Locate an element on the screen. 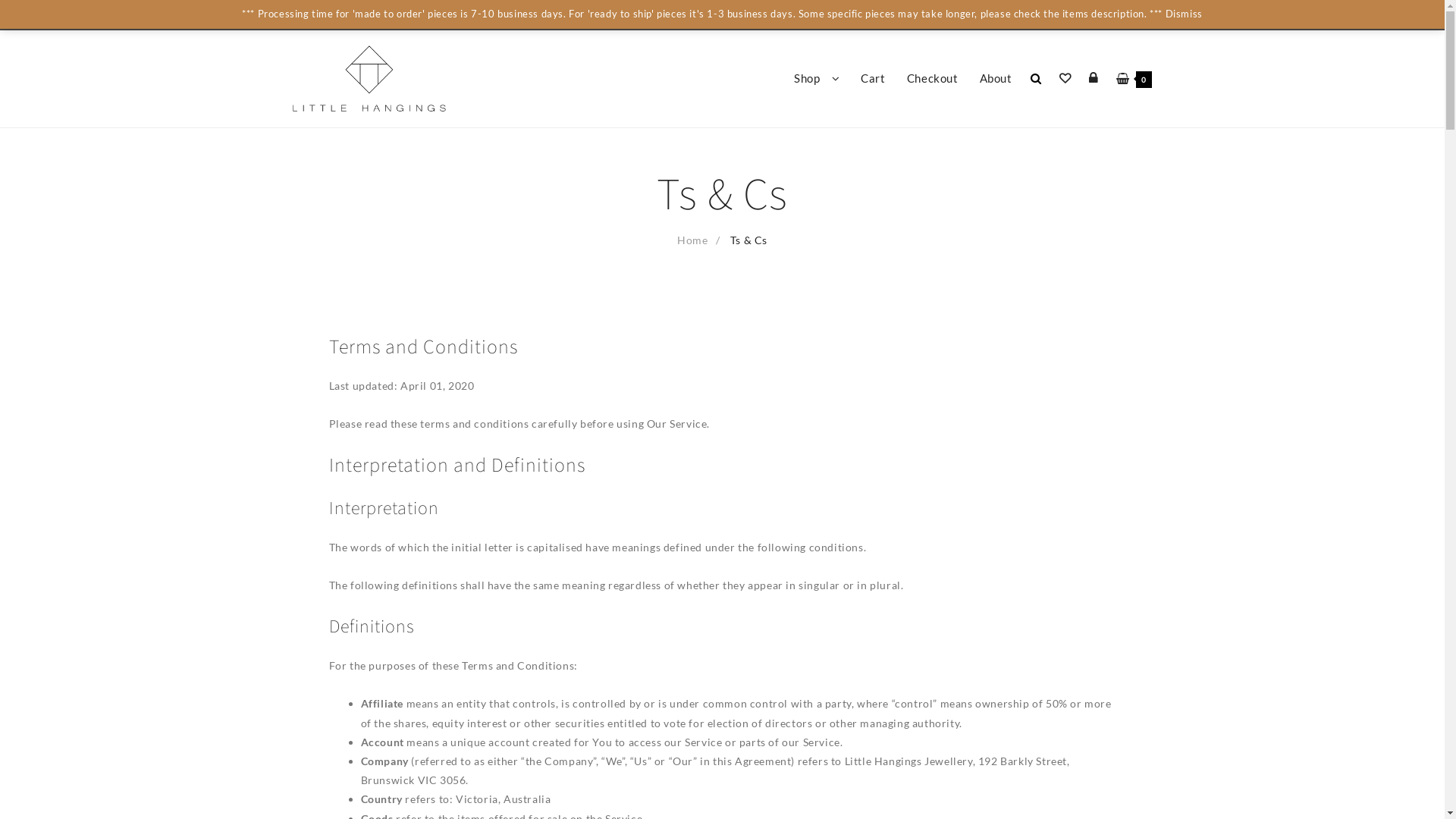 This screenshot has width=1456, height=819. 'Dismiss' is located at coordinates (1183, 14).